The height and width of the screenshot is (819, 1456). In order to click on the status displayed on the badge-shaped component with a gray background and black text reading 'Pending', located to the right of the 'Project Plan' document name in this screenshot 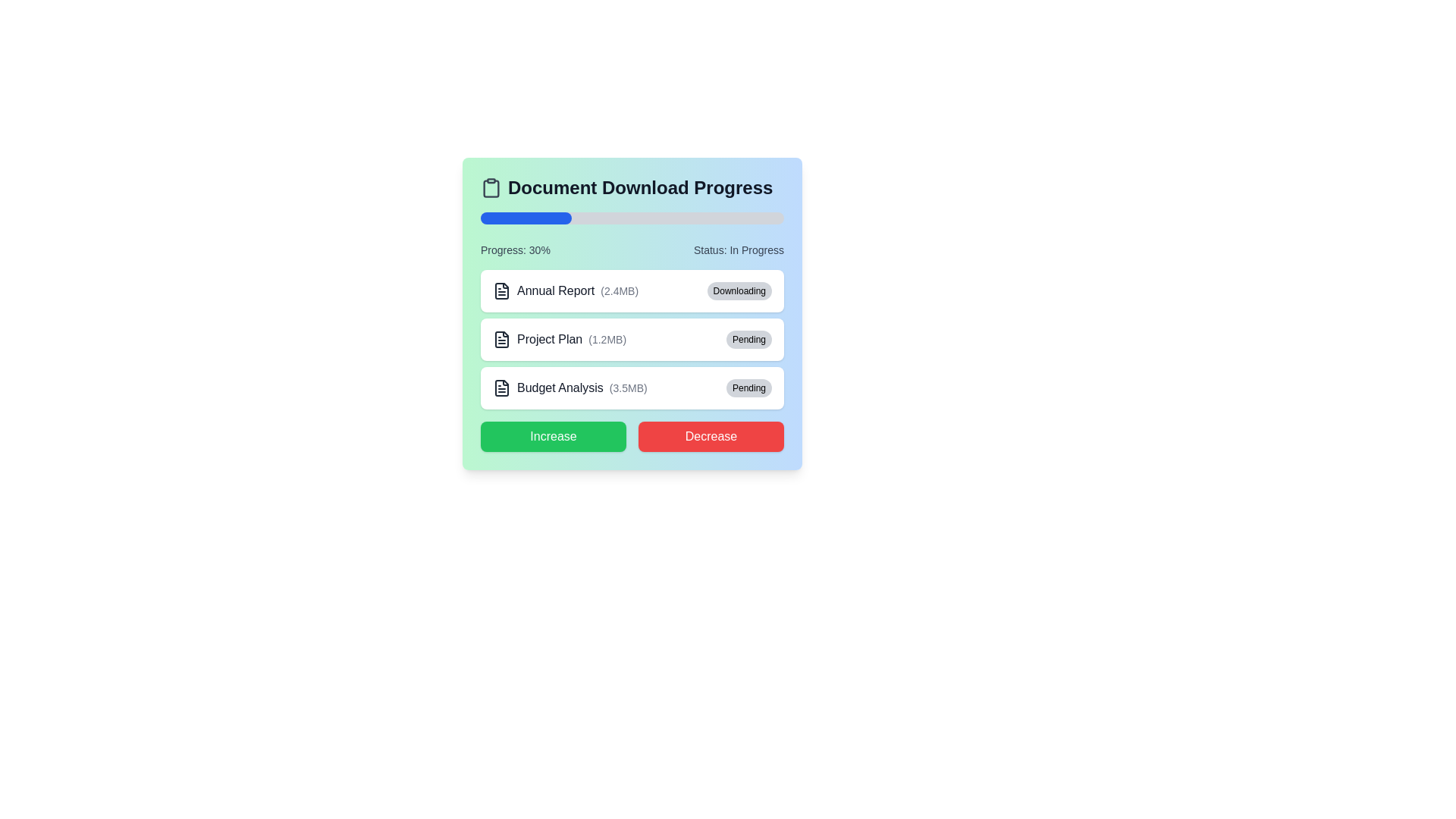, I will do `click(749, 338)`.